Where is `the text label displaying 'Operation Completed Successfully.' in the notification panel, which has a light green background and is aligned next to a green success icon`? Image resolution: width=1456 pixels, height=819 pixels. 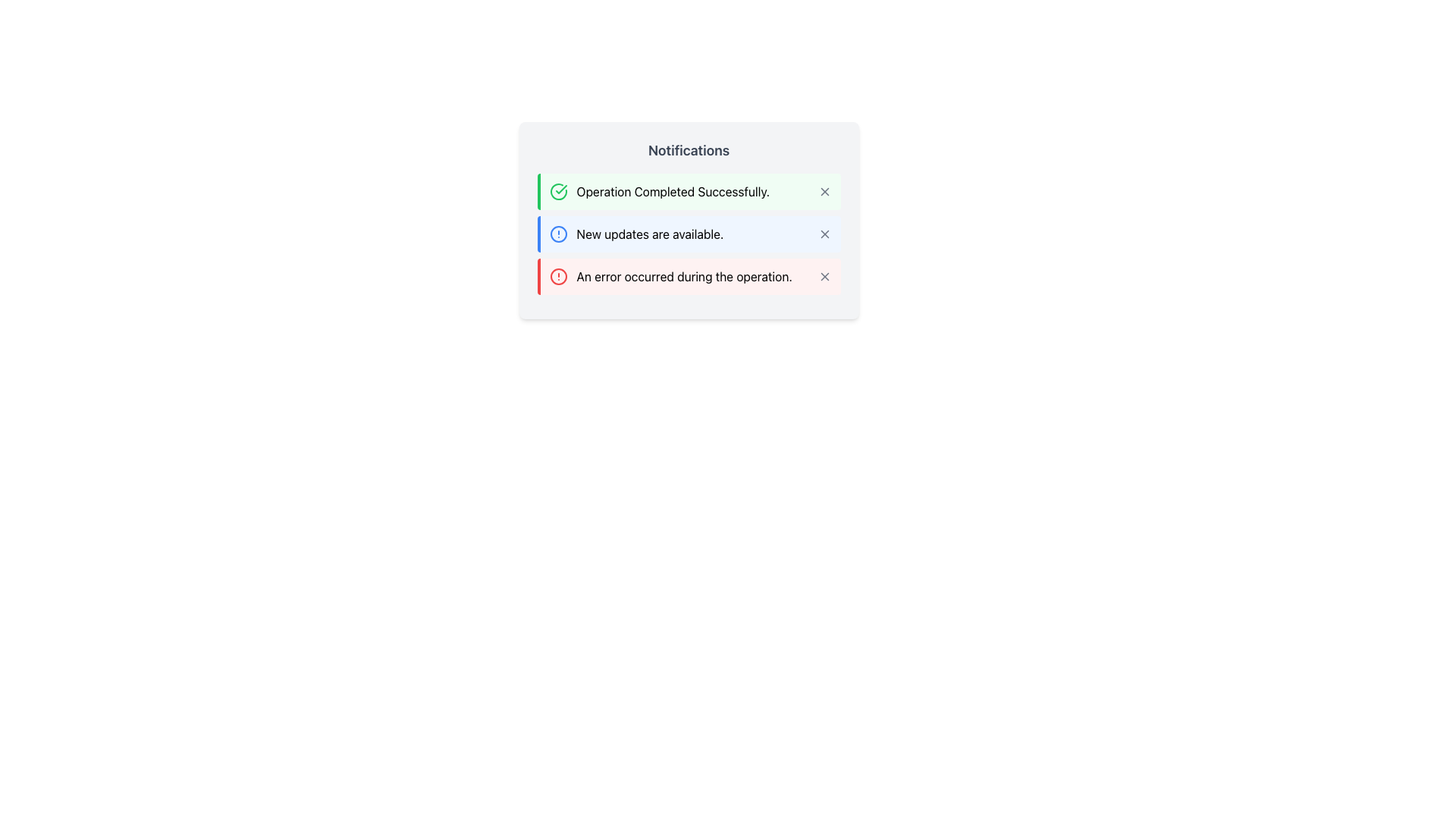
the text label displaying 'Operation Completed Successfully.' in the notification panel, which has a light green background and is aligned next to a green success icon is located at coordinates (672, 191).